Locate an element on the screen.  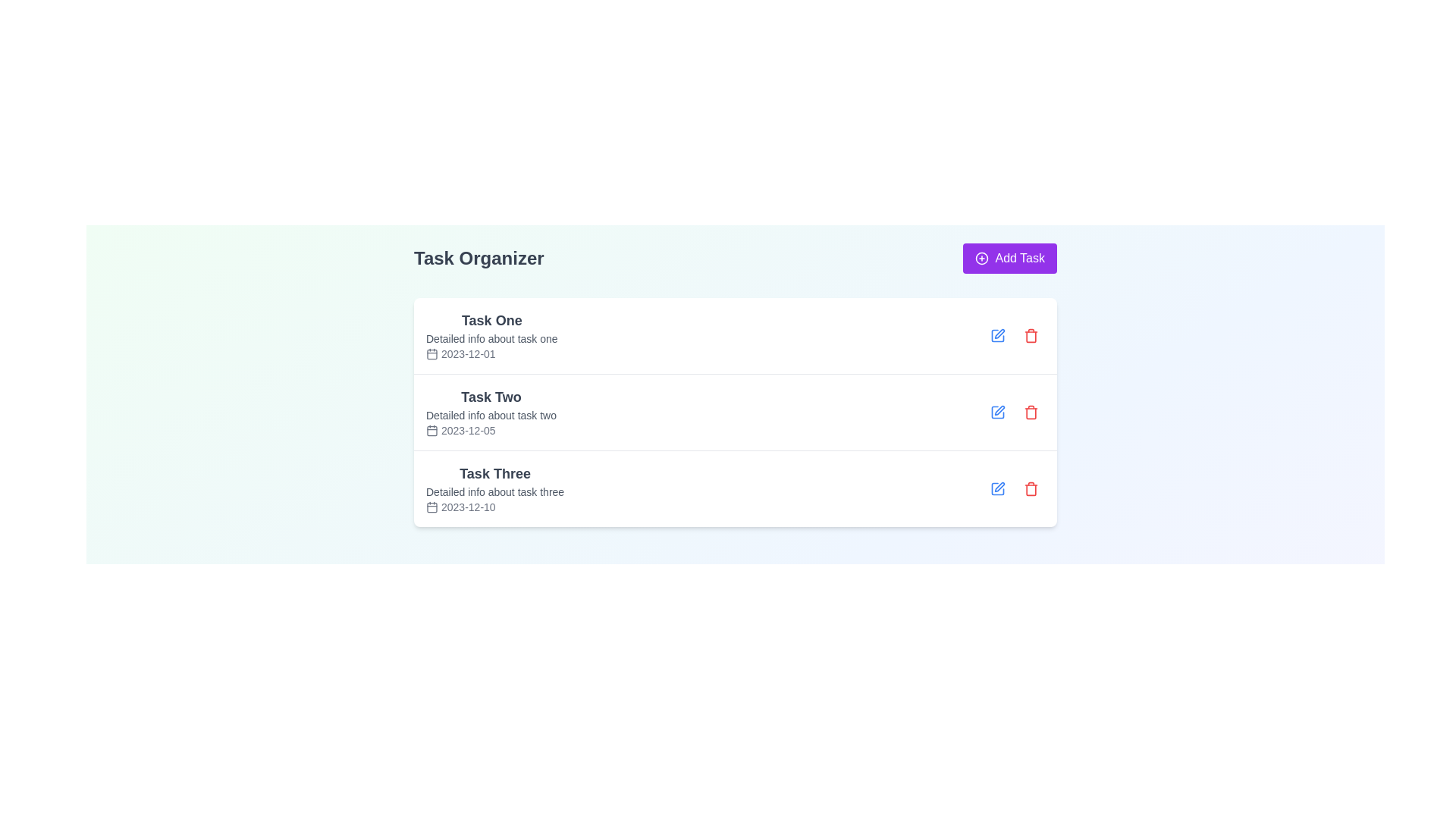
the Date label with icon located at the bottom of the 'Task One' card, which displays the date associated with the task is located at coordinates (491, 353).